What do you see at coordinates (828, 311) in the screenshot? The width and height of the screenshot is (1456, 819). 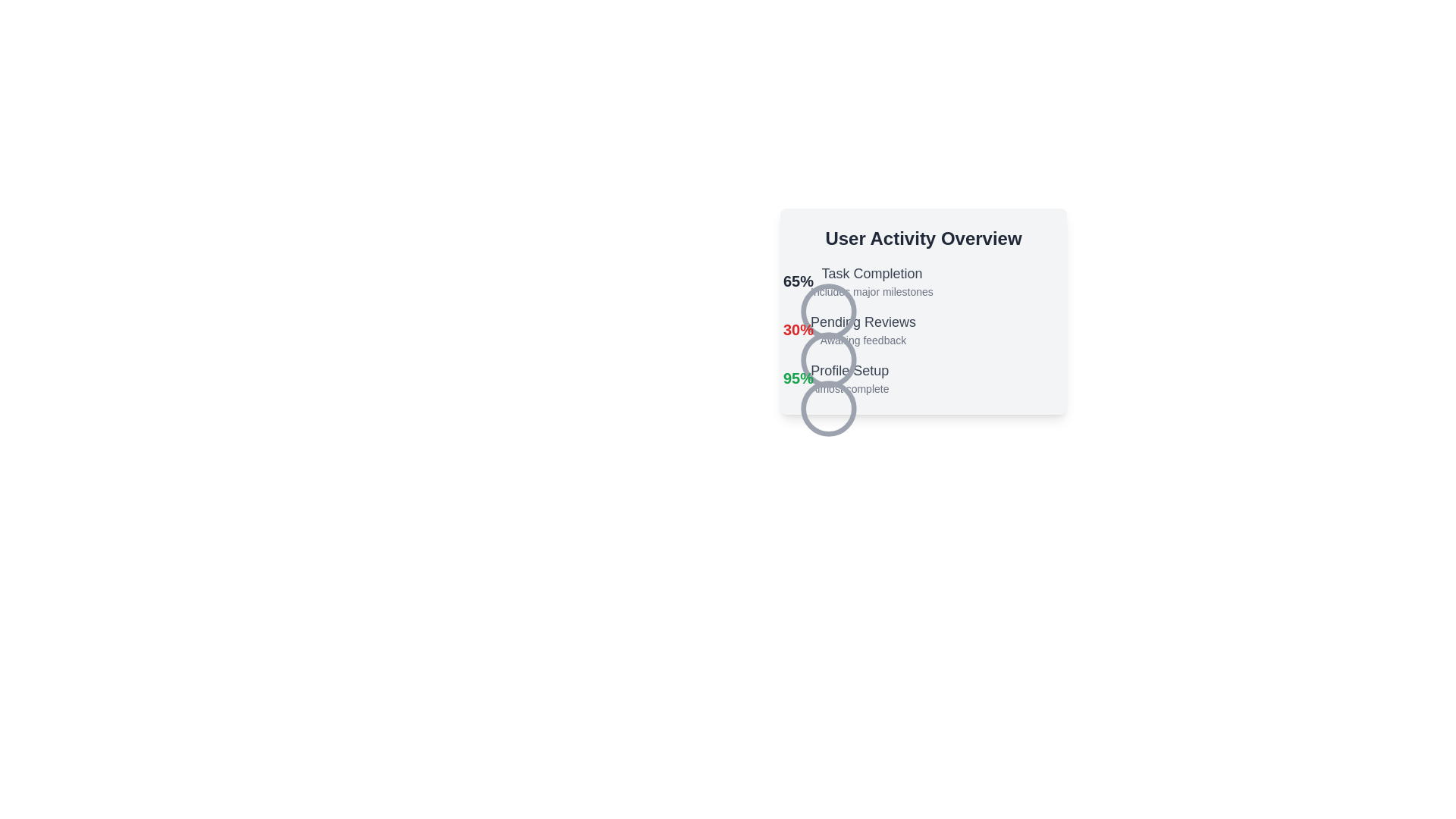 I see `the circular graphic marker associated with the 'Pending Reviews' label in the 'User Activity Overview' section` at bounding box center [828, 311].